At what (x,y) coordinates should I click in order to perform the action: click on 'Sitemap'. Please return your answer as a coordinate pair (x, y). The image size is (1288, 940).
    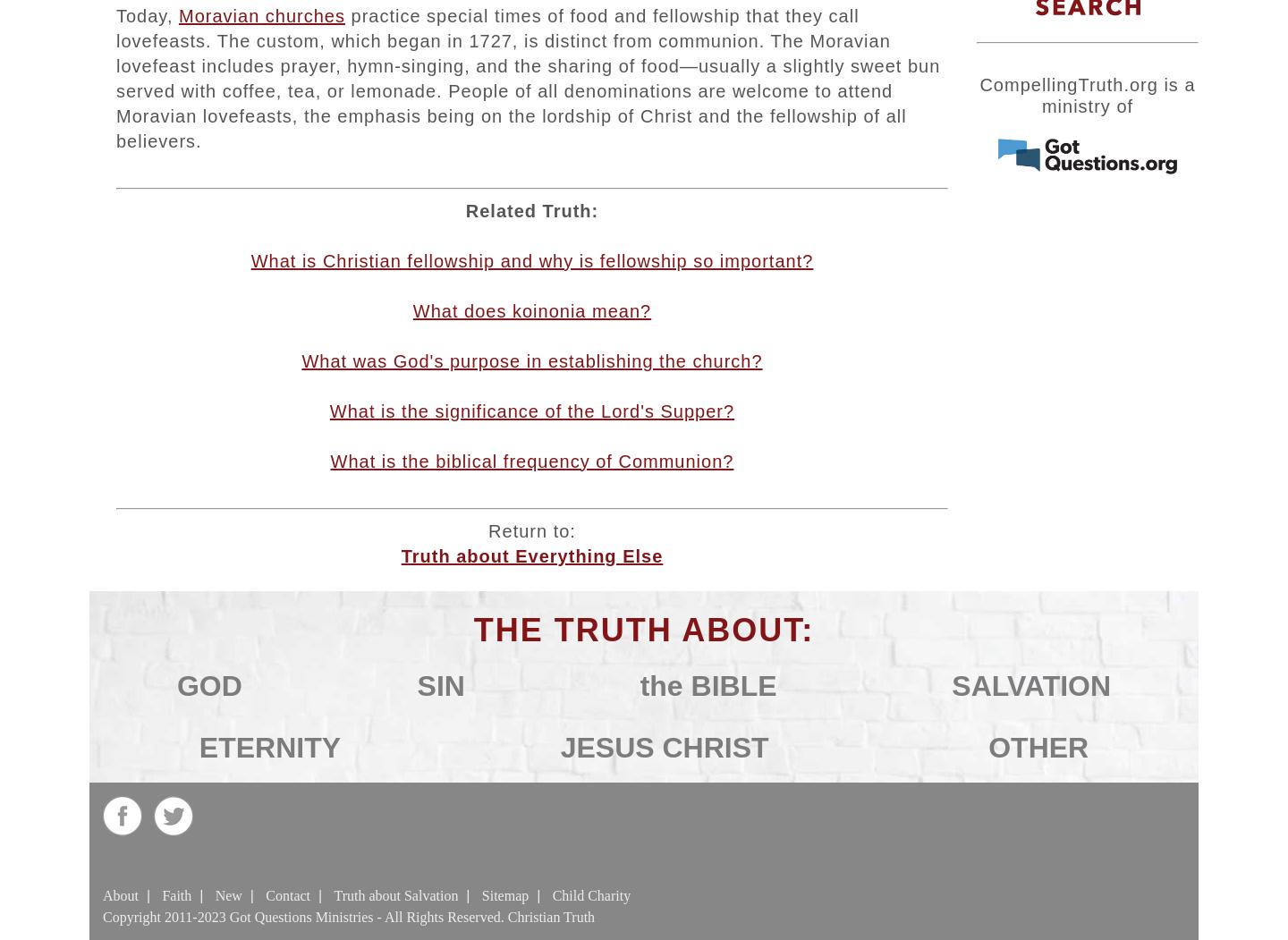
    Looking at the image, I should click on (504, 894).